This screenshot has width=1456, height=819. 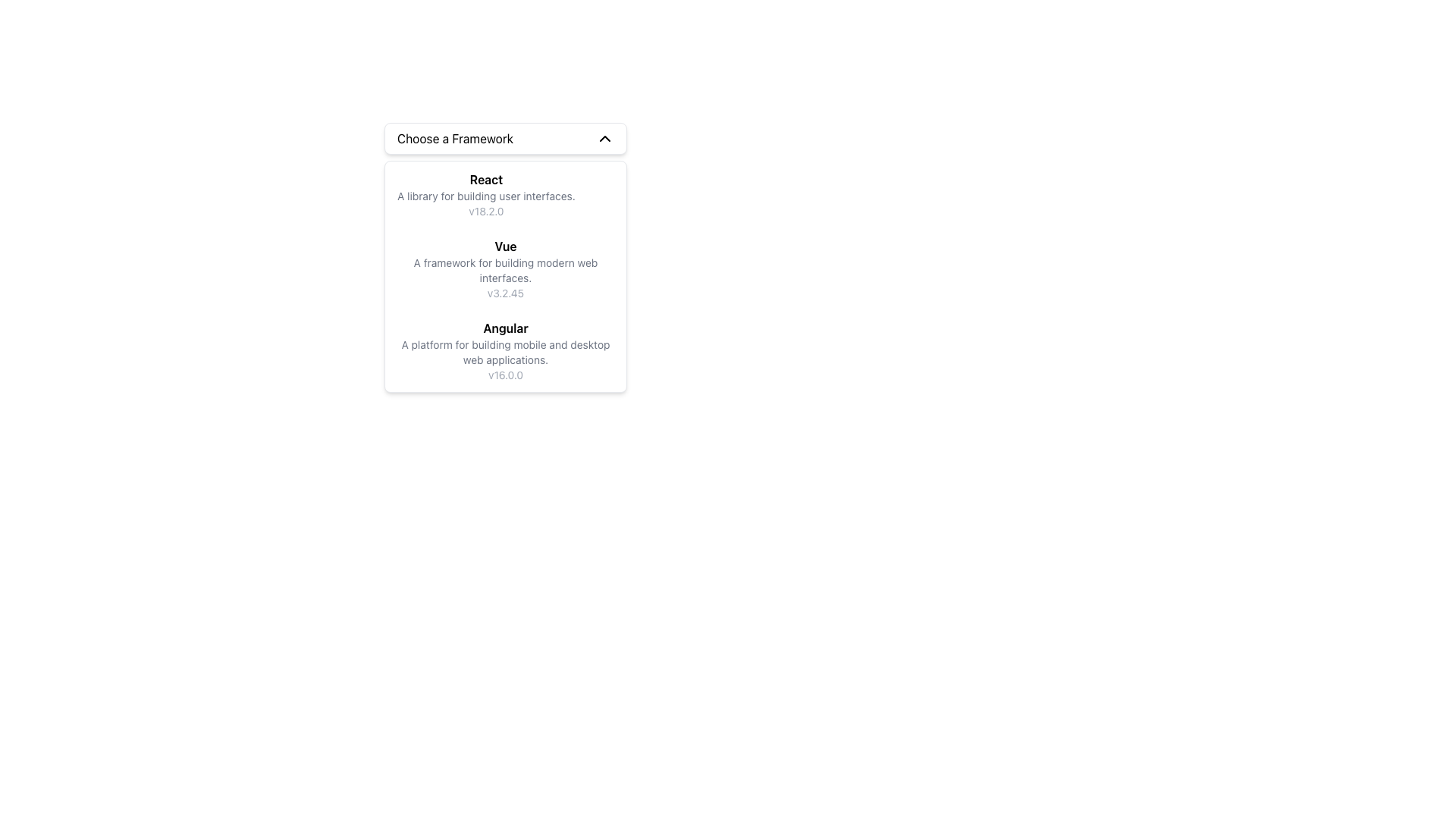 What do you see at coordinates (506, 293) in the screenshot?
I see `the text snippet displaying 'v3.2.45', which is styled in gray and located beneath the description of the Vue framework in a dropdown menu` at bounding box center [506, 293].